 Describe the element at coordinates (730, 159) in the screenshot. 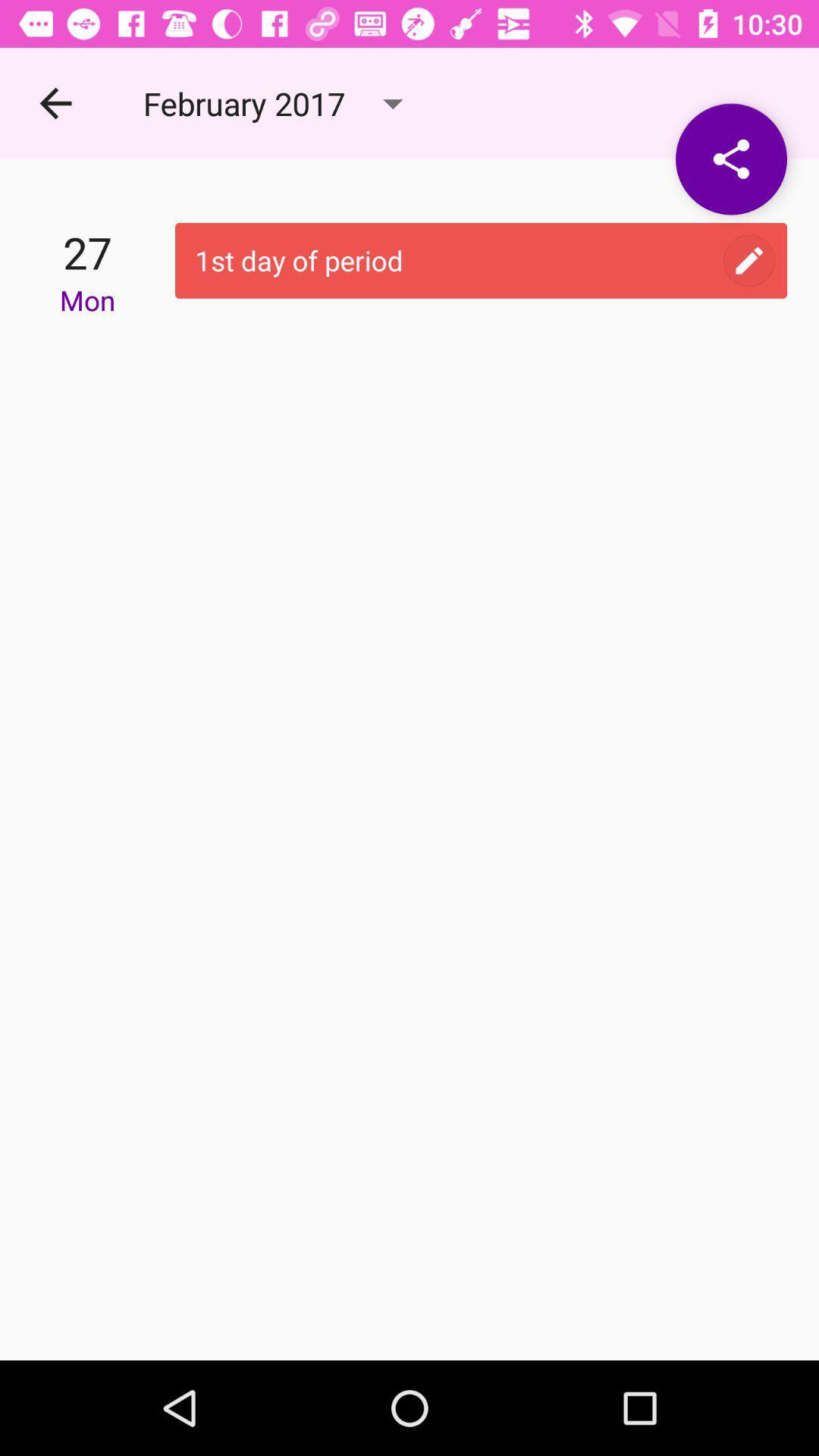

I see `share the articles` at that location.